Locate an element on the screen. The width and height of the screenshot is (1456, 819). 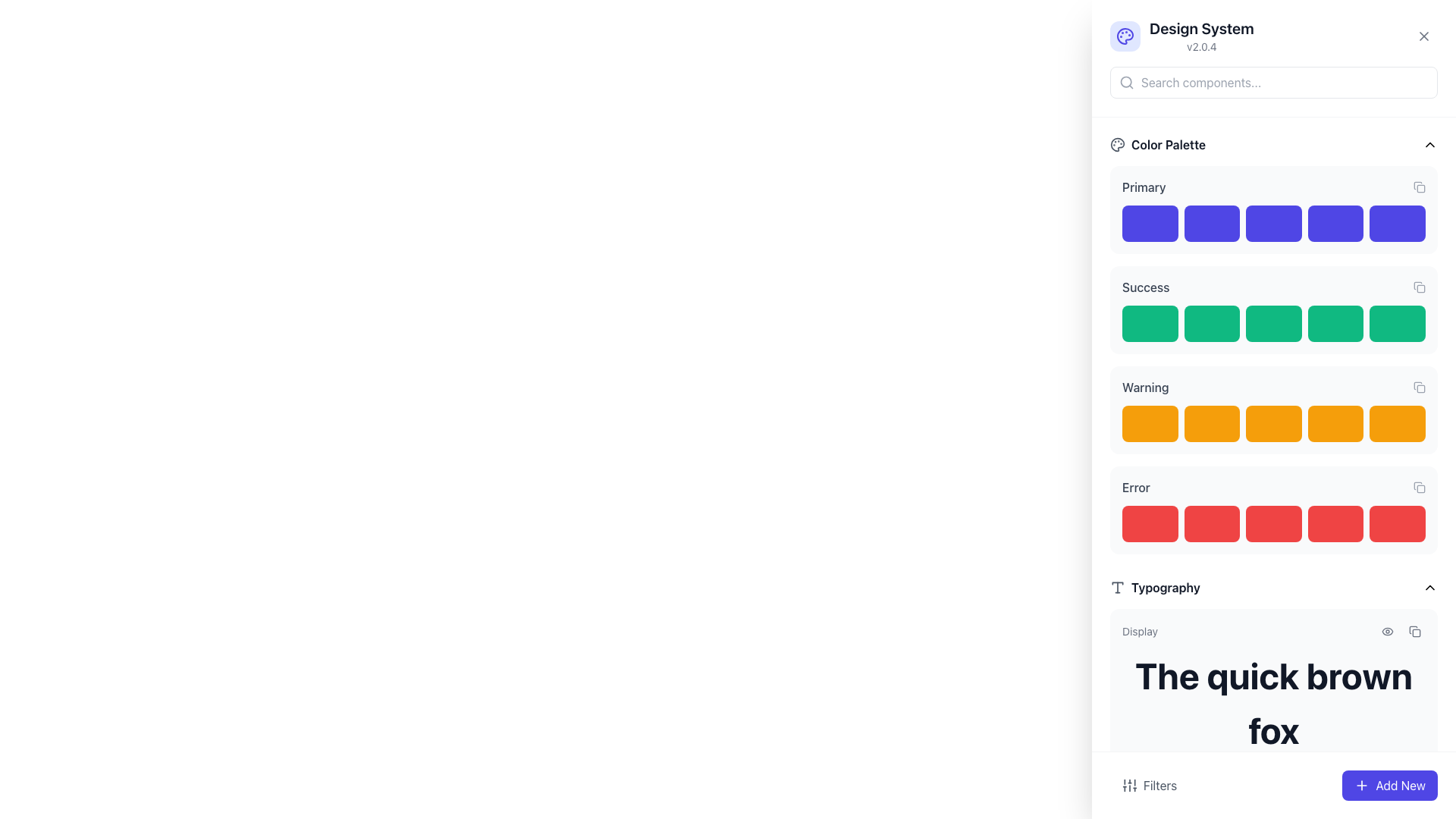
the 'Warning' color swatch, which is the last orange block in the Color Palette group is located at coordinates (1397, 424).